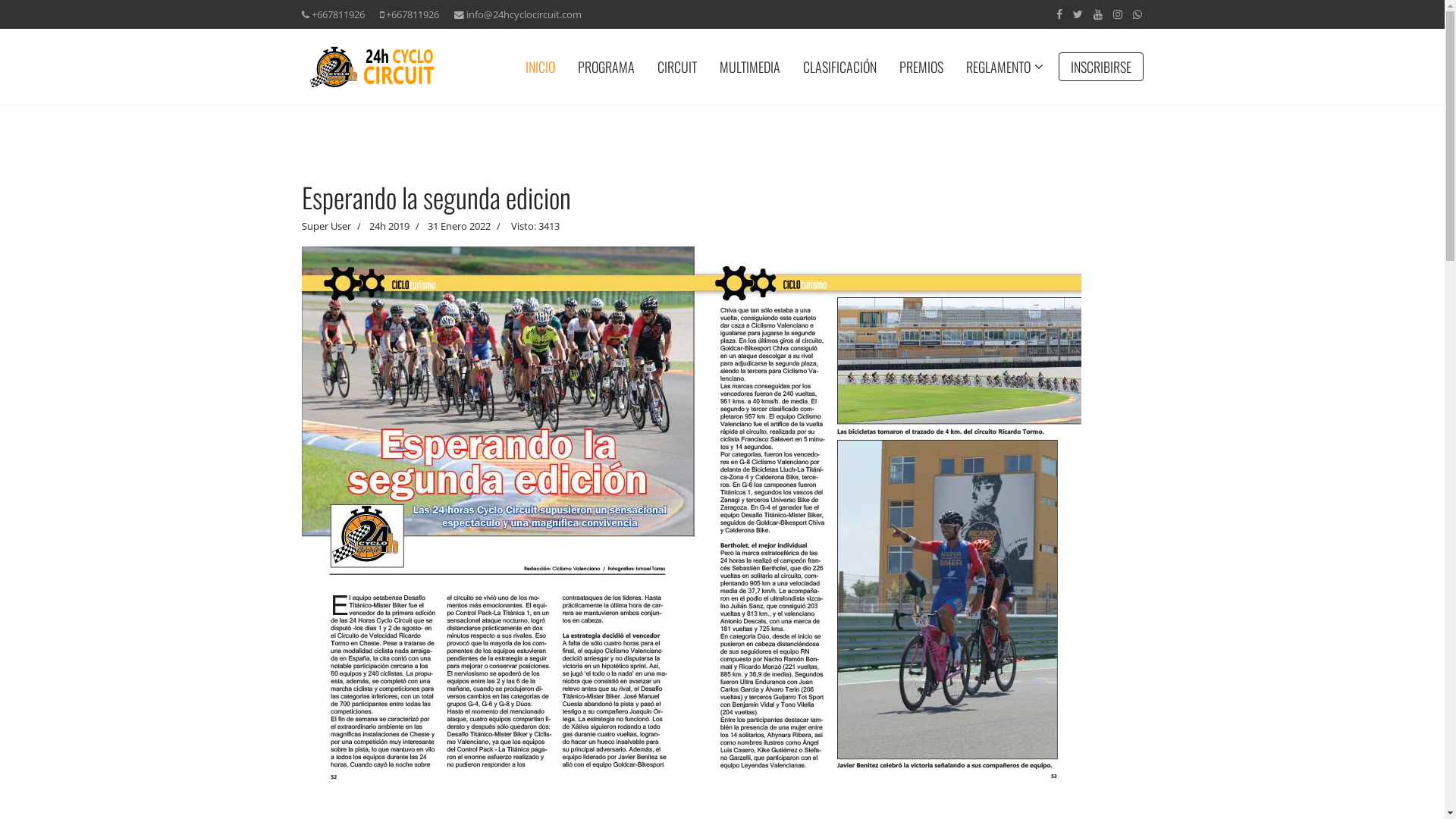 The image size is (1456, 819). Describe the element at coordinates (1100, 66) in the screenshot. I see `'INSCRIBIRSE'` at that location.